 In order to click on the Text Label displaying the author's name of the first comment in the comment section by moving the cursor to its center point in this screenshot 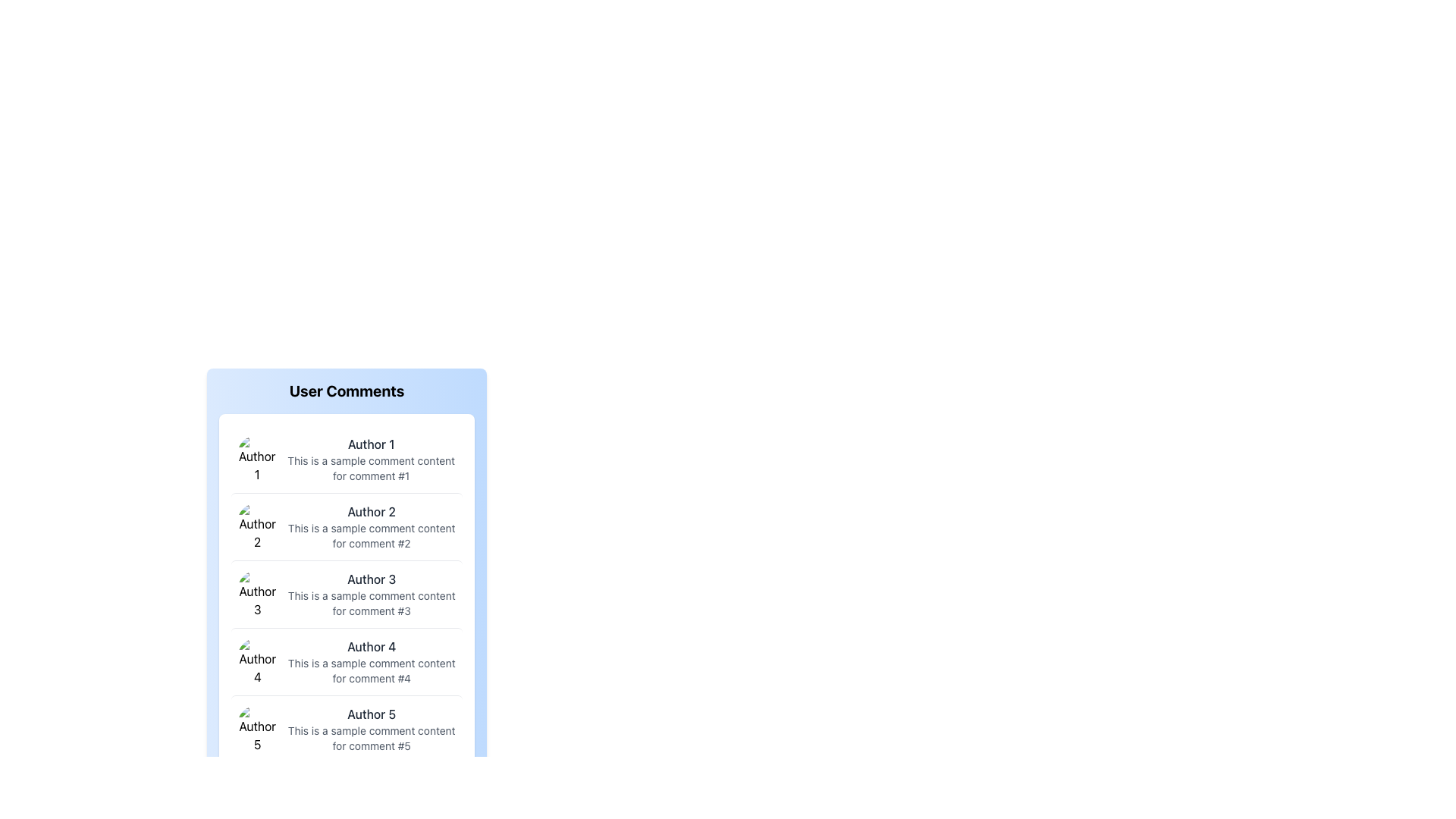, I will do `click(371, 444)`.